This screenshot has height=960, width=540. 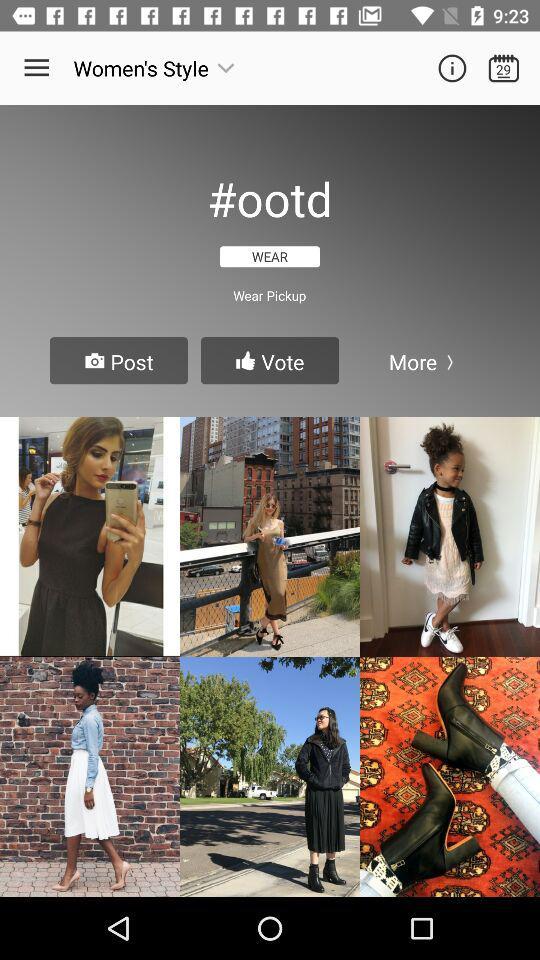 What do you see at coordinates (36, 68) in the screenshot?
I see `item next to women's style item` at bounding box center [36, 68].